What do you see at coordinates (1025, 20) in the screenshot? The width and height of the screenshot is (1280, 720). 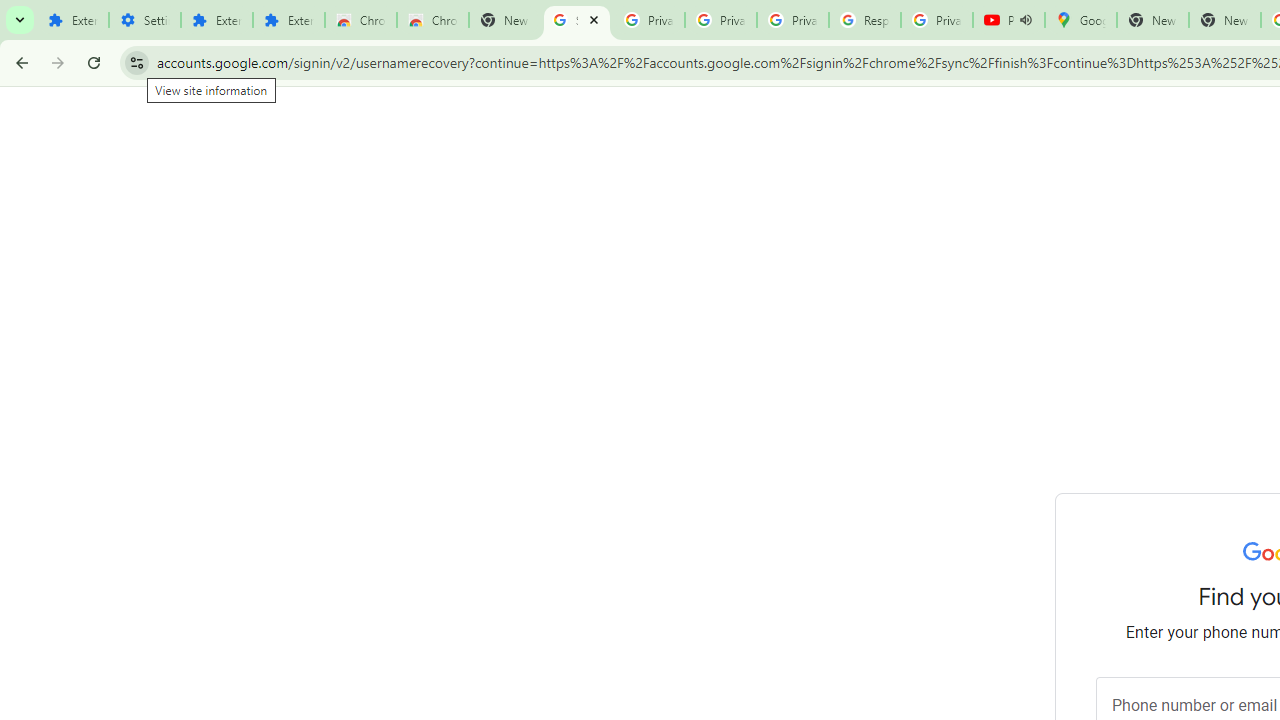 I see `'Mute tab'` at bounding box center [1025, 20].